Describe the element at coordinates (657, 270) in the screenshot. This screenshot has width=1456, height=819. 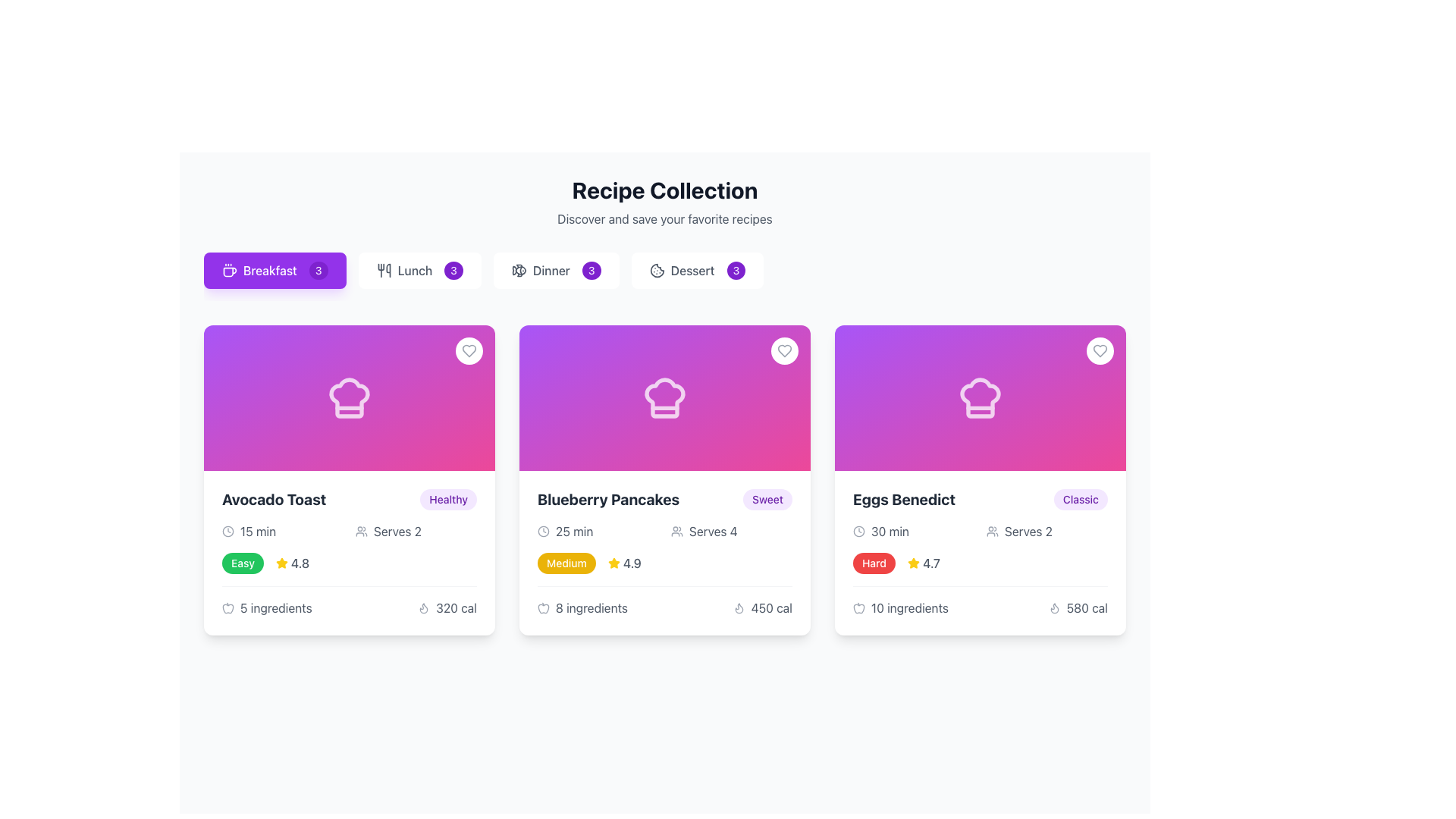
I see `the cookie-shaped icon styled as a line art graphic located within the 'Dessert' button in the navigation bar, positioned to the left of the label 'Dessert'` at that location.